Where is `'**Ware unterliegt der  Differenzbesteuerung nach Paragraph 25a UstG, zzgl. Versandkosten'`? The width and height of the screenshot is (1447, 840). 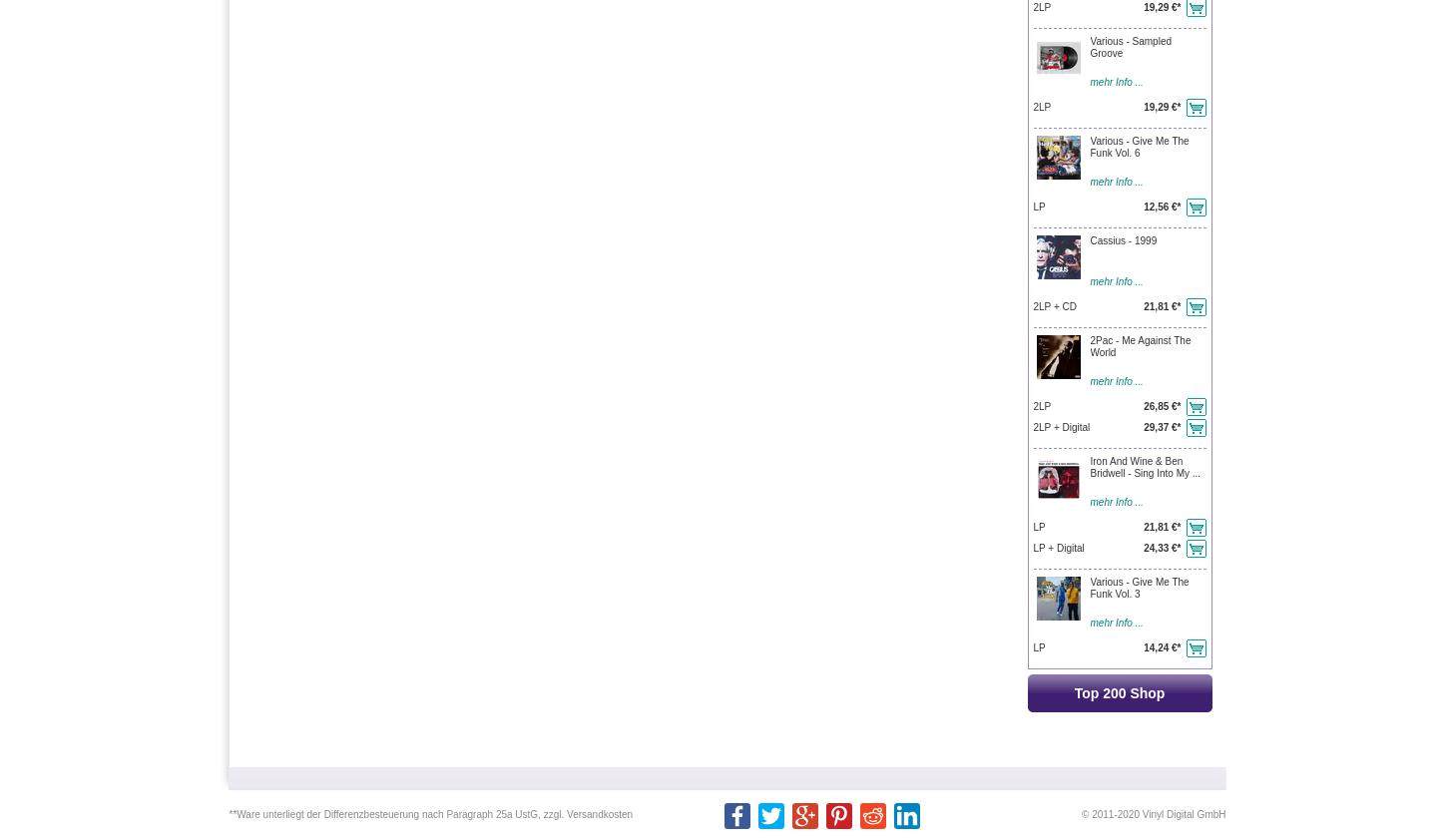
'**Ware unterliegt der  Differenzbesteuerung nach Paragraph 25a UstG, zzgl. Versandkosten' is located at coordinates (227, 814).